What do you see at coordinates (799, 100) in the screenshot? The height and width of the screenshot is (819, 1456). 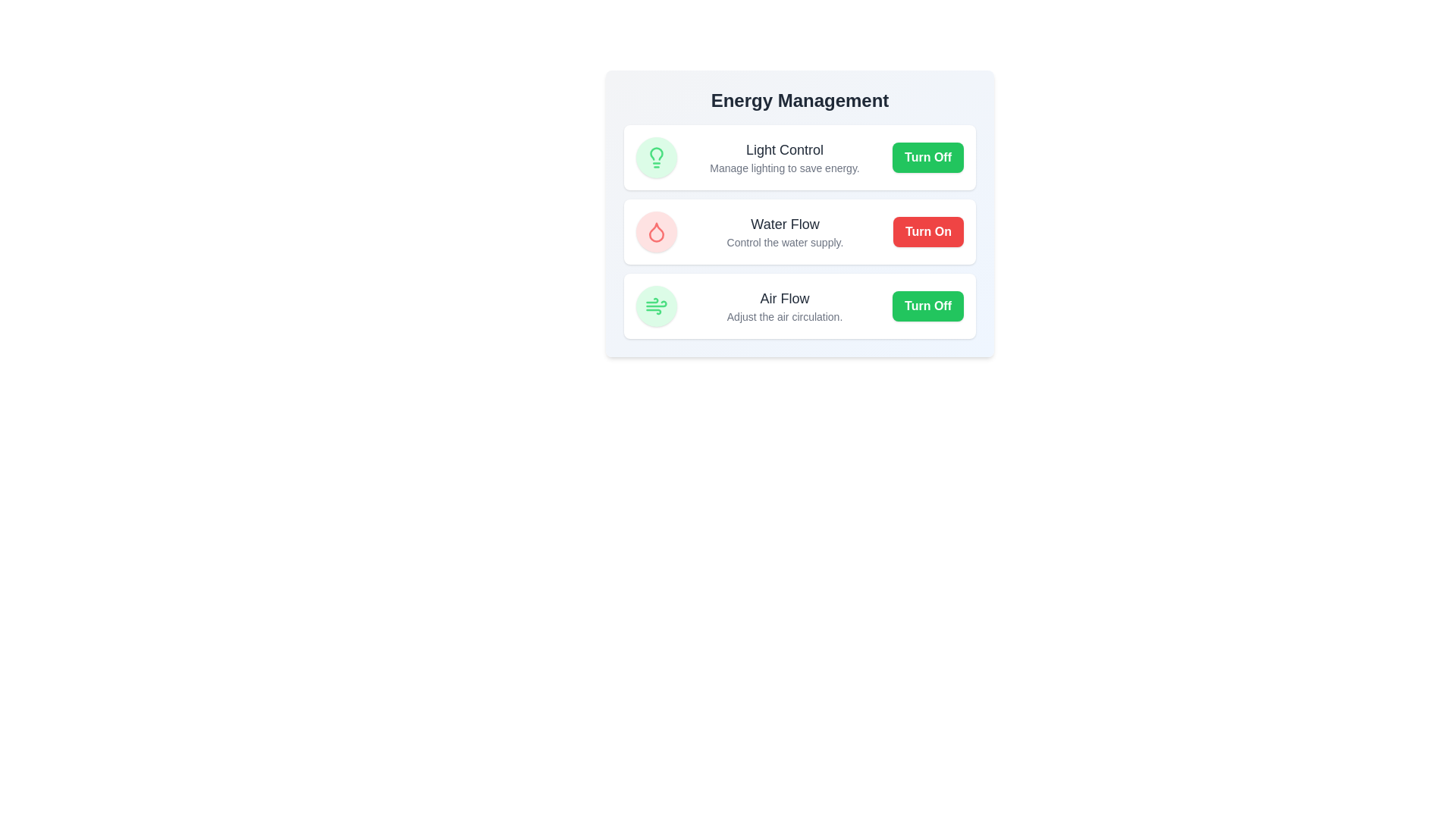 I see `the bold, centered heading text 'Energy Management' which is styled in dark gray and located at the top of the card layout` at bounding box center [799, 100].